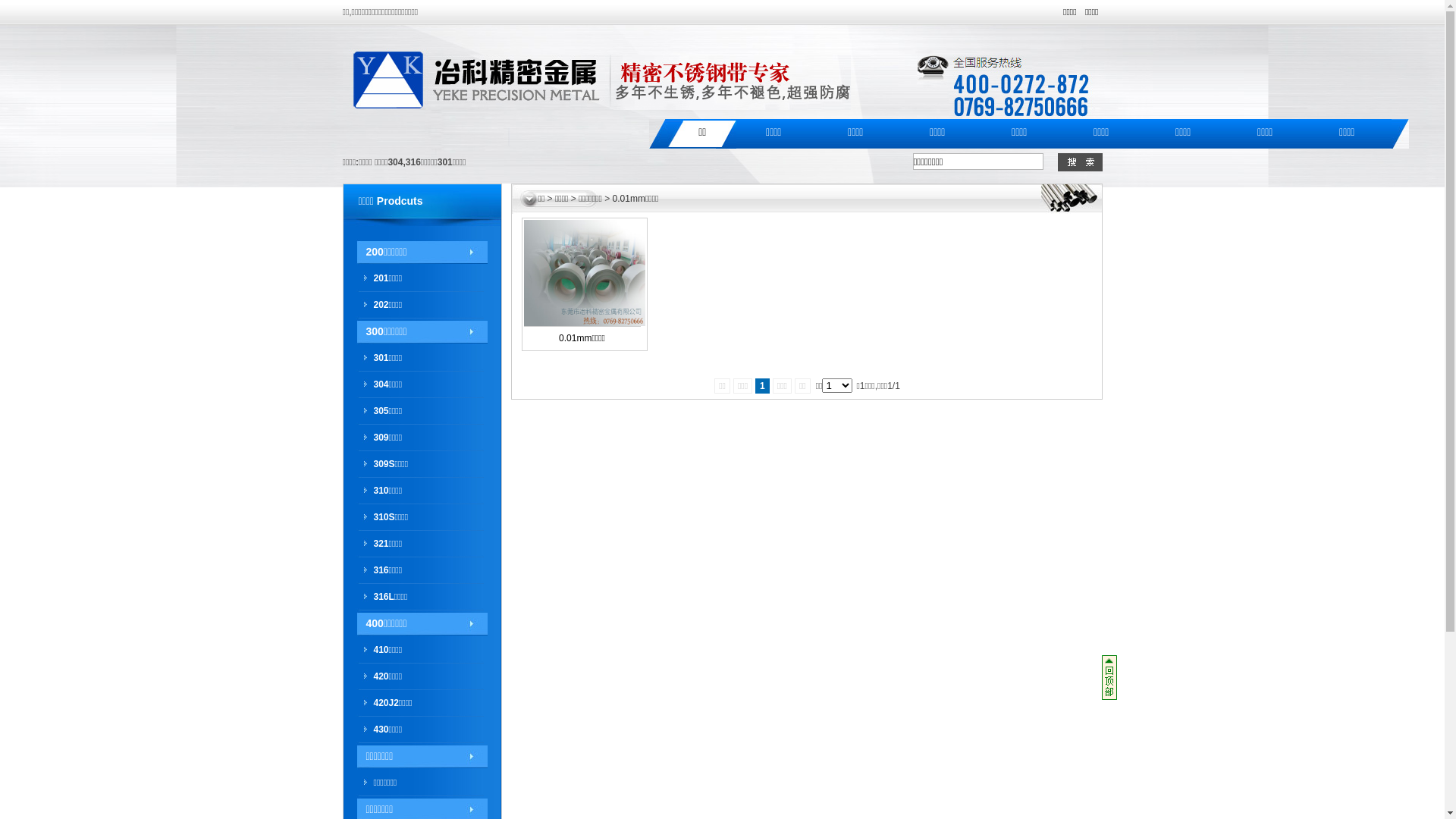 The width and height of the screenshot is (1456, 819). I want to click on '1', so click(762, 385).